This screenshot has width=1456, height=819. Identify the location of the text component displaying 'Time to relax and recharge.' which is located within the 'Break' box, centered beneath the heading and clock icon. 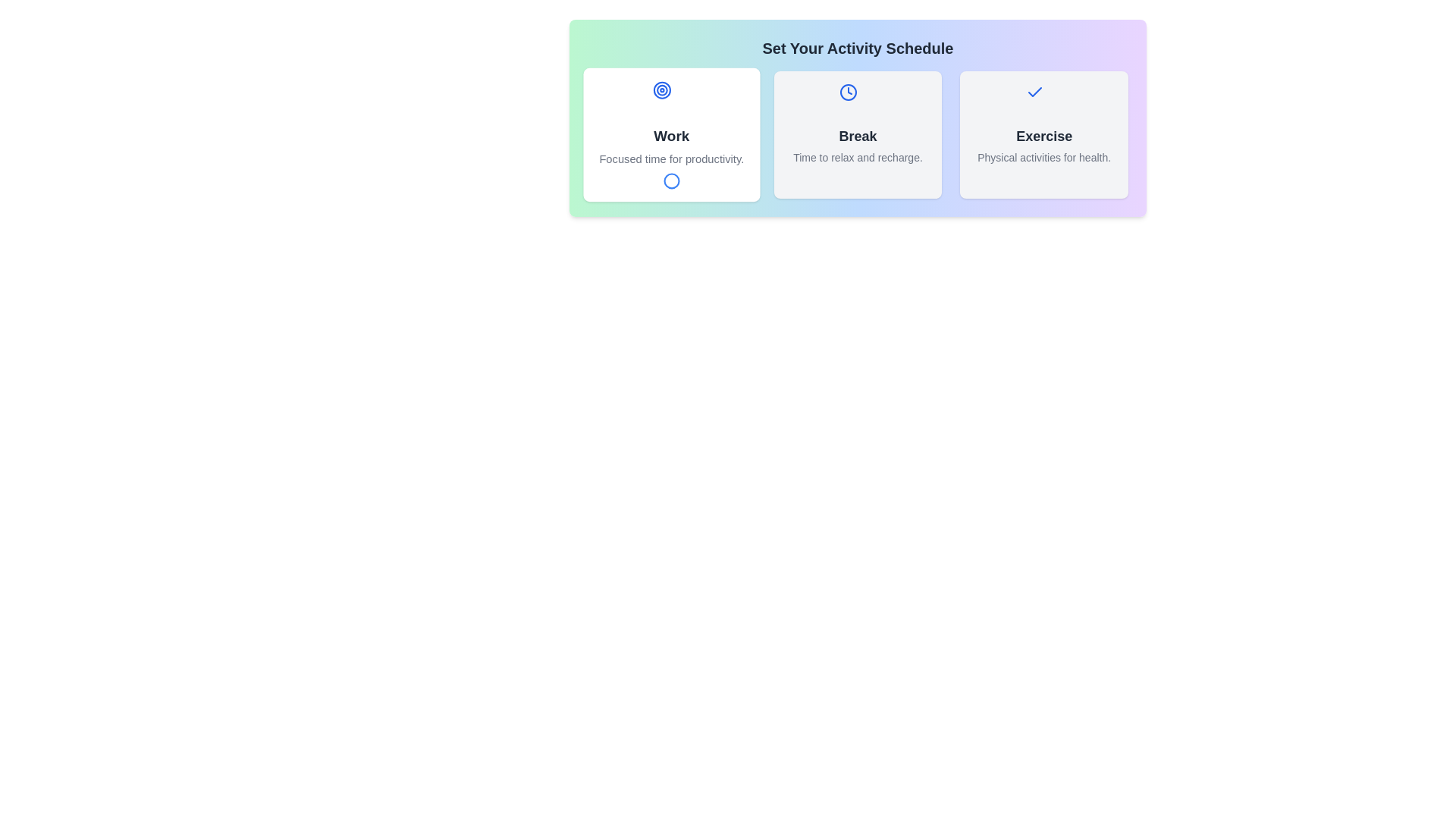
(858, 158).